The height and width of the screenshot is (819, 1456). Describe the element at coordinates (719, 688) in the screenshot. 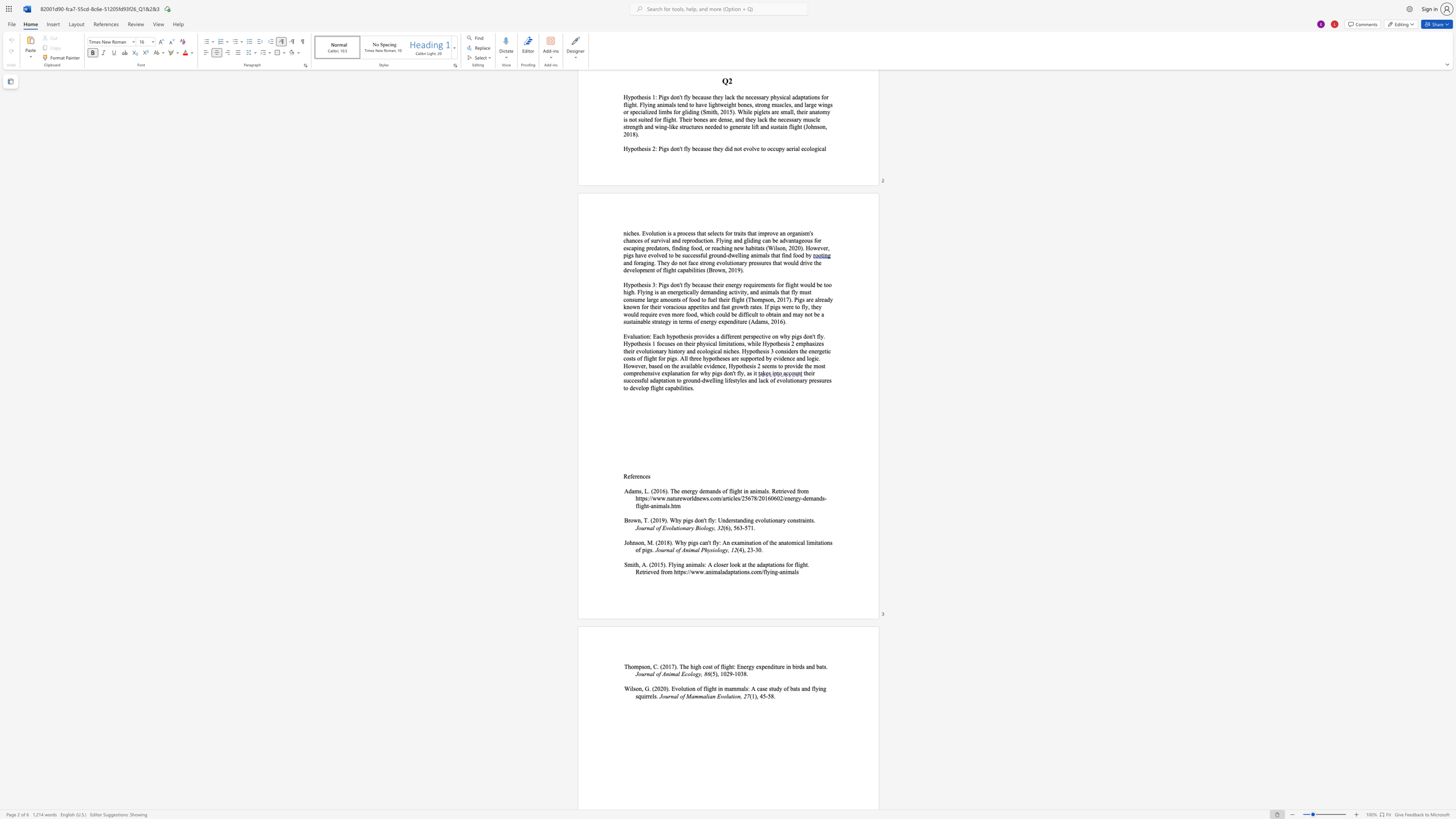

I see `the subset text "n mammals:" within the text "Wilson, G. (2020). Evolution of flight in mammals: A case study of bats"` at that location.